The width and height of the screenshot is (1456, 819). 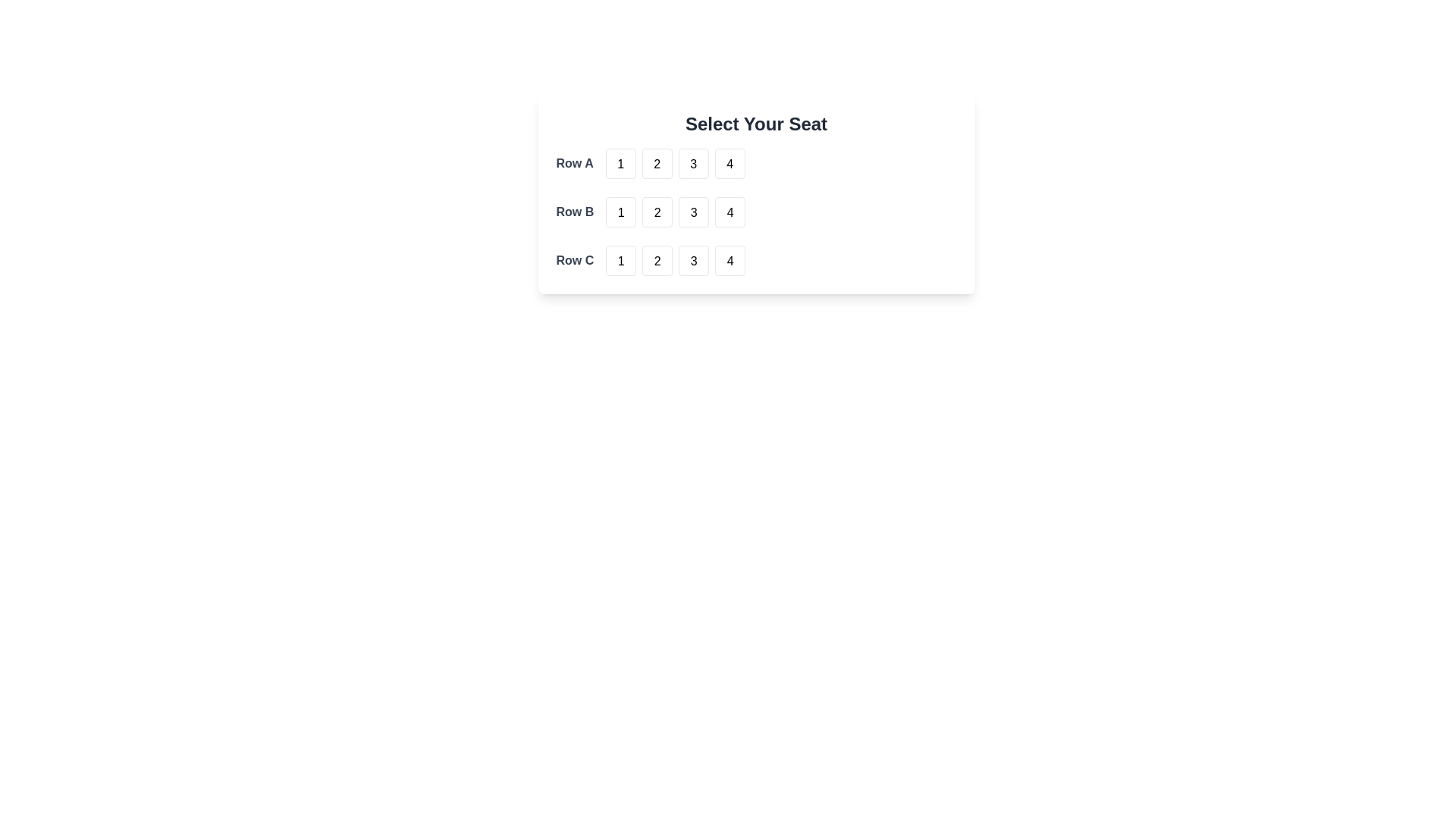 What do you see at coordinates (621, 259) in the screenshot?
I see `the first selectable seat button in Row C` at bounding box center [621, 259].